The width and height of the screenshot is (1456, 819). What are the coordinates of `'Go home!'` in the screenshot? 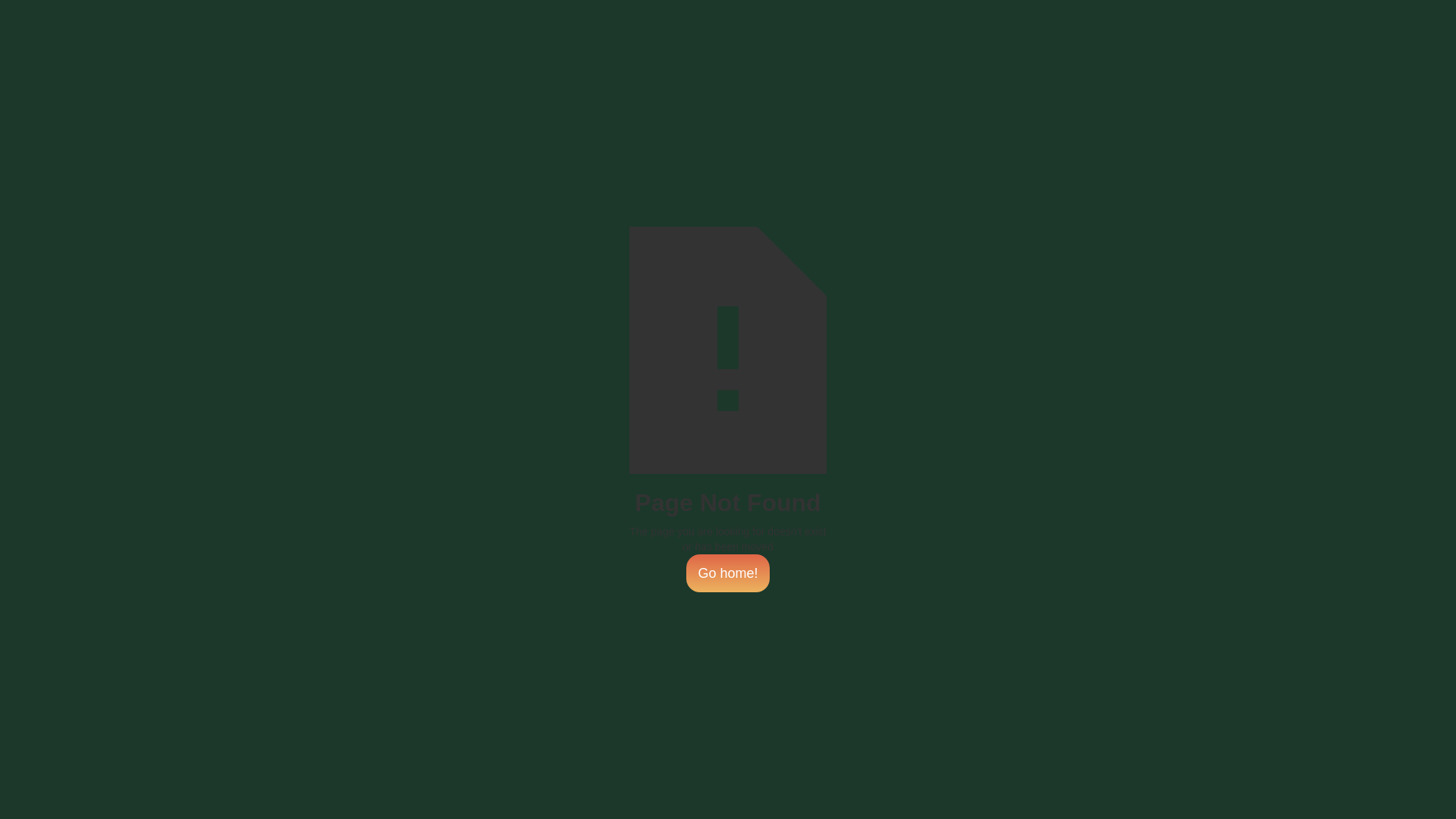 It's located at (726, 573).